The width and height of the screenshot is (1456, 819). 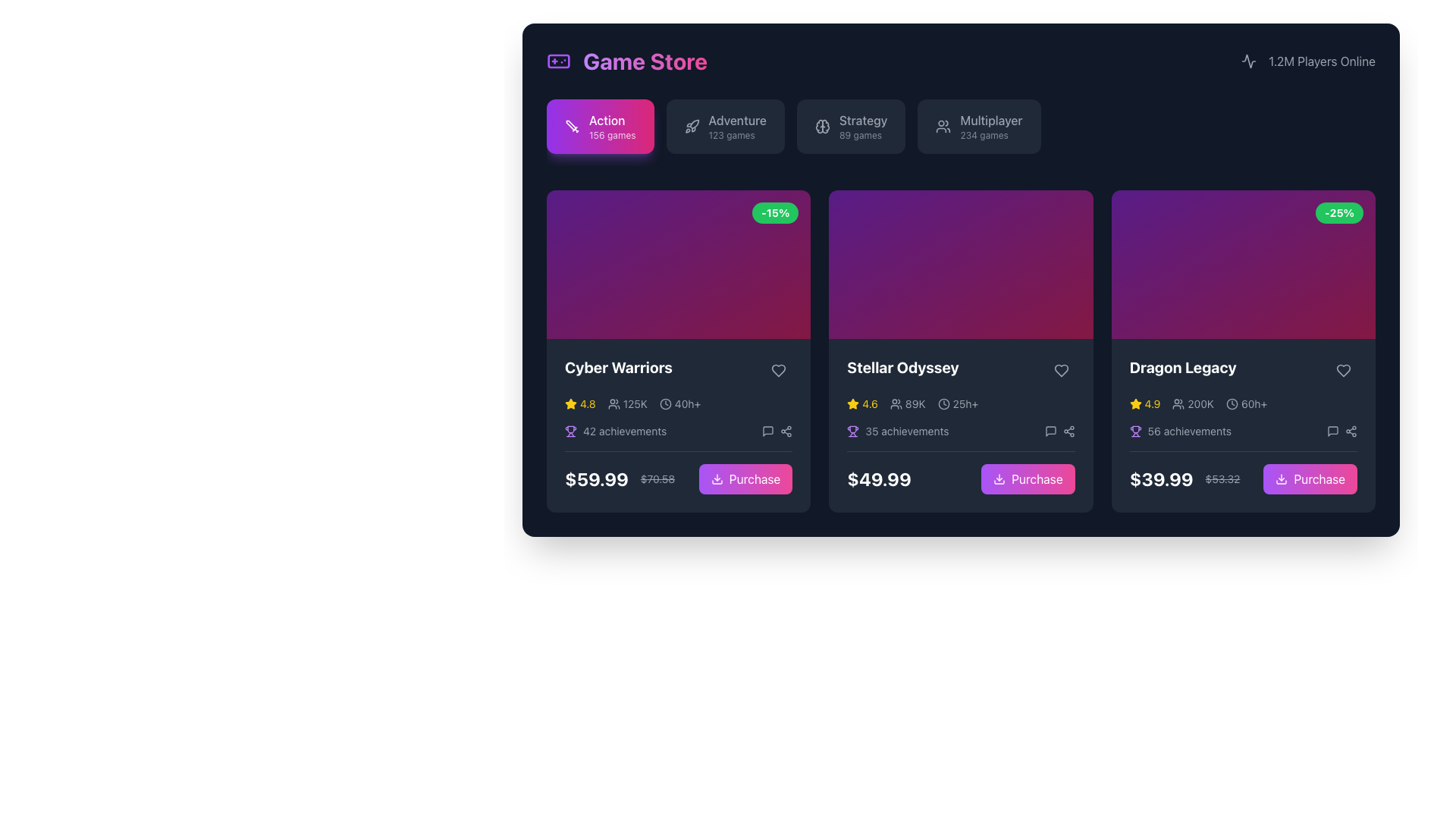 I want to click on the interactive icon representing a speech bubble located below the 'Dragon Legacy' game title, so click(x=1332, y=430).